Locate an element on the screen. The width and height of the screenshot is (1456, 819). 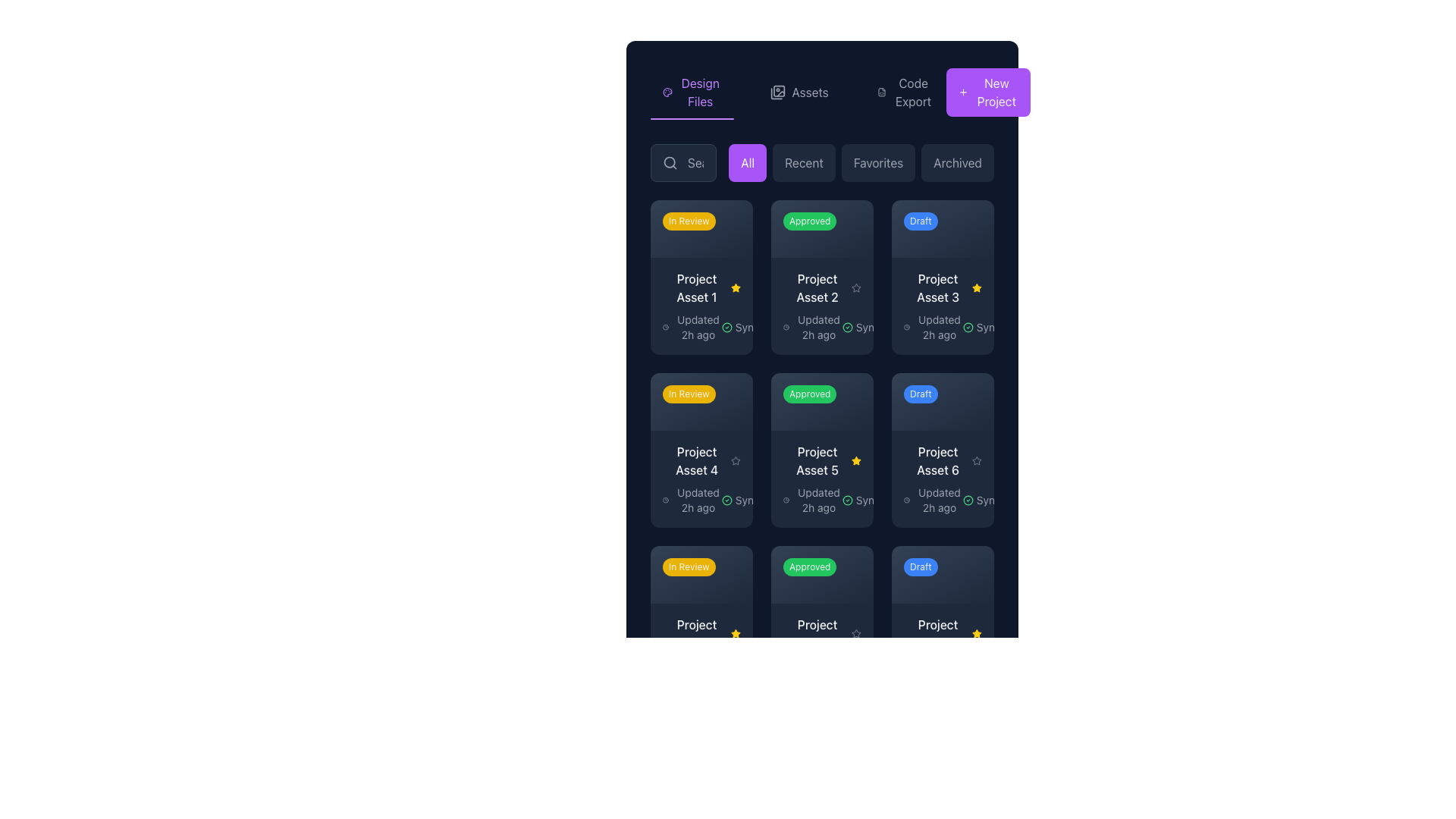
text inside the Status label that indicates project approval, located in the top left corner of the card in the second column of the third row of the grid is located at coordinates (809, 566).